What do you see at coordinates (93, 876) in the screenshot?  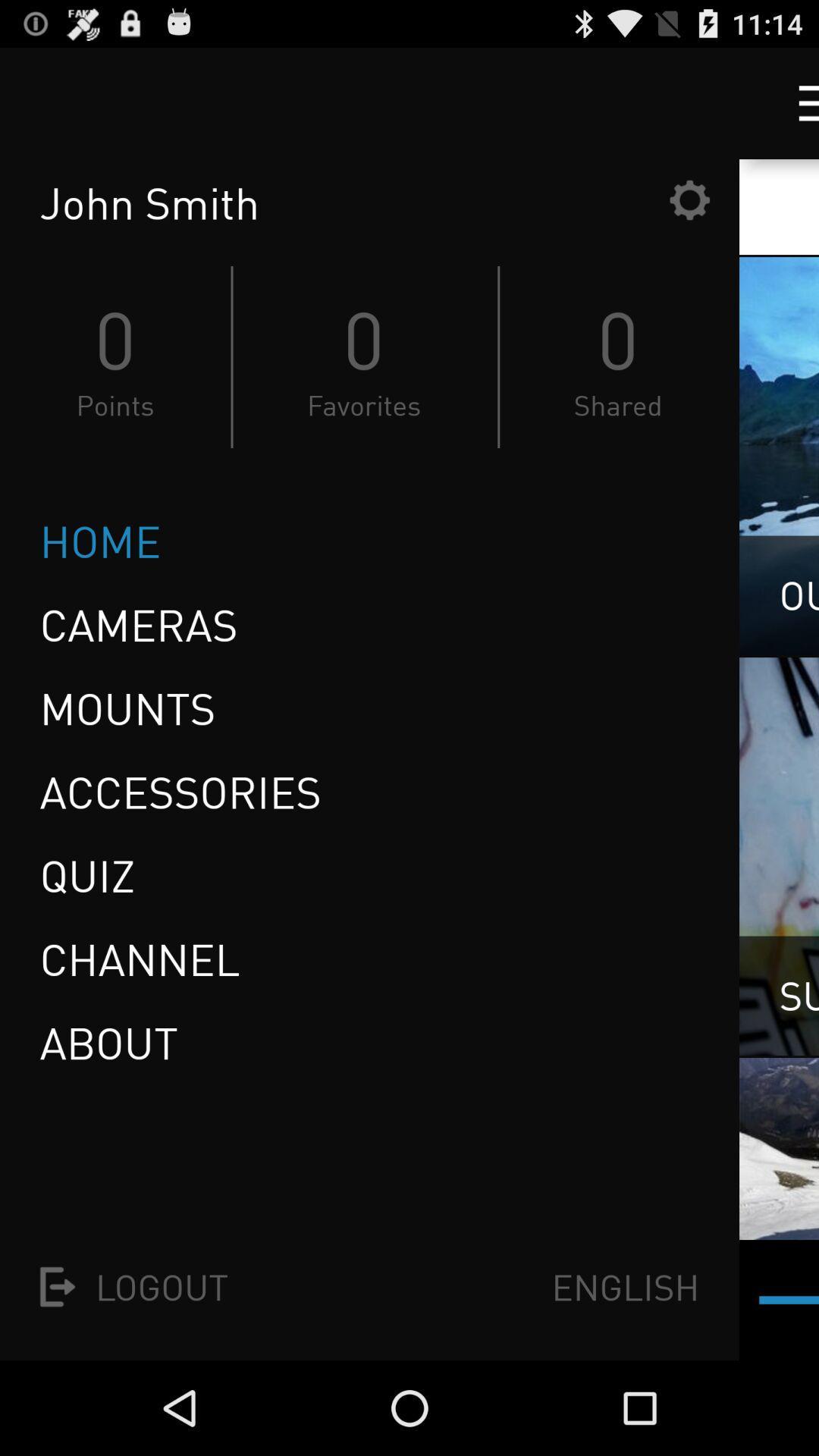 I see `quiz` at bounding box center [93, 876].